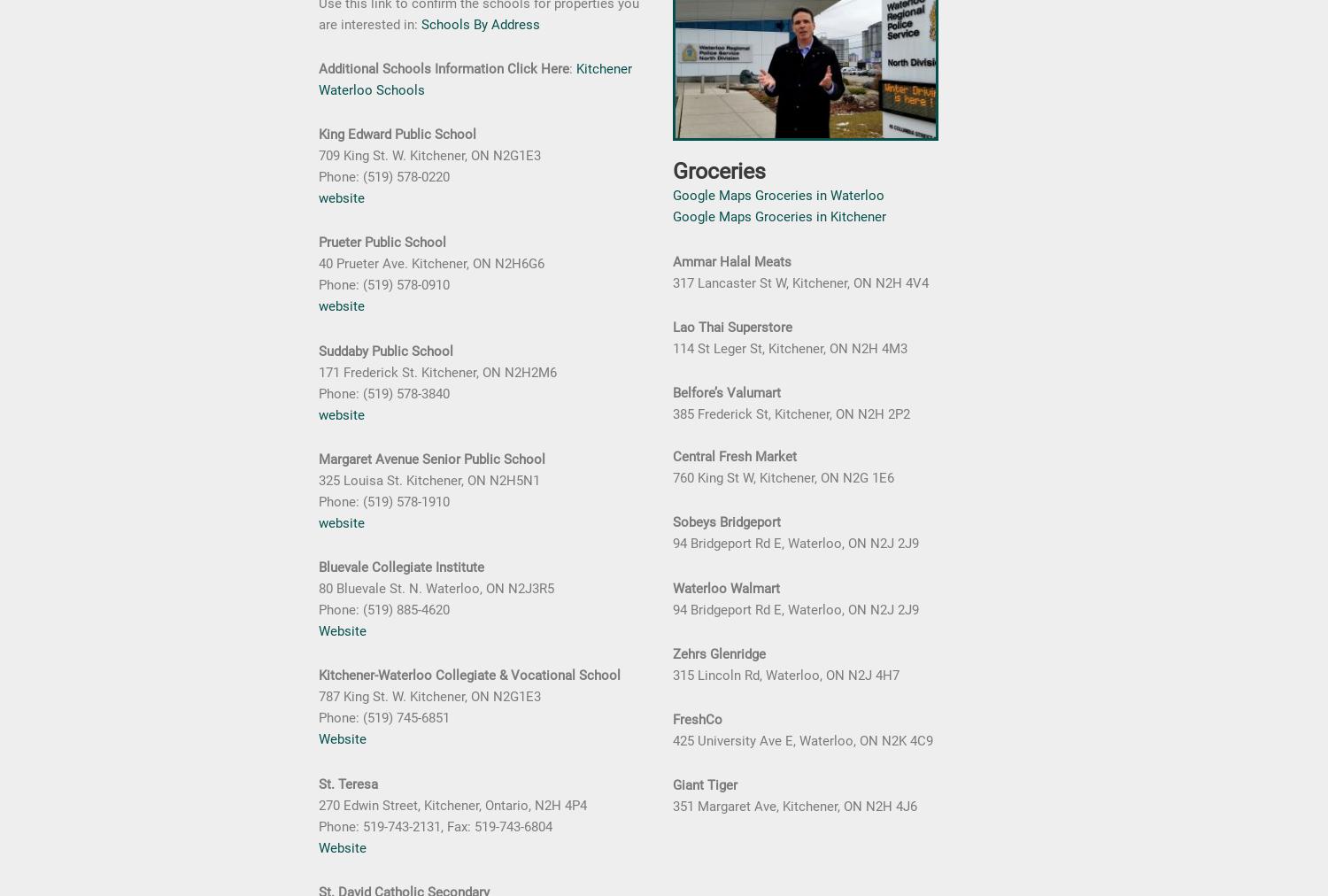  I want to click on '351 Margaret Ave, Kitchener, ON N2H 4J6', so click(795, 807).